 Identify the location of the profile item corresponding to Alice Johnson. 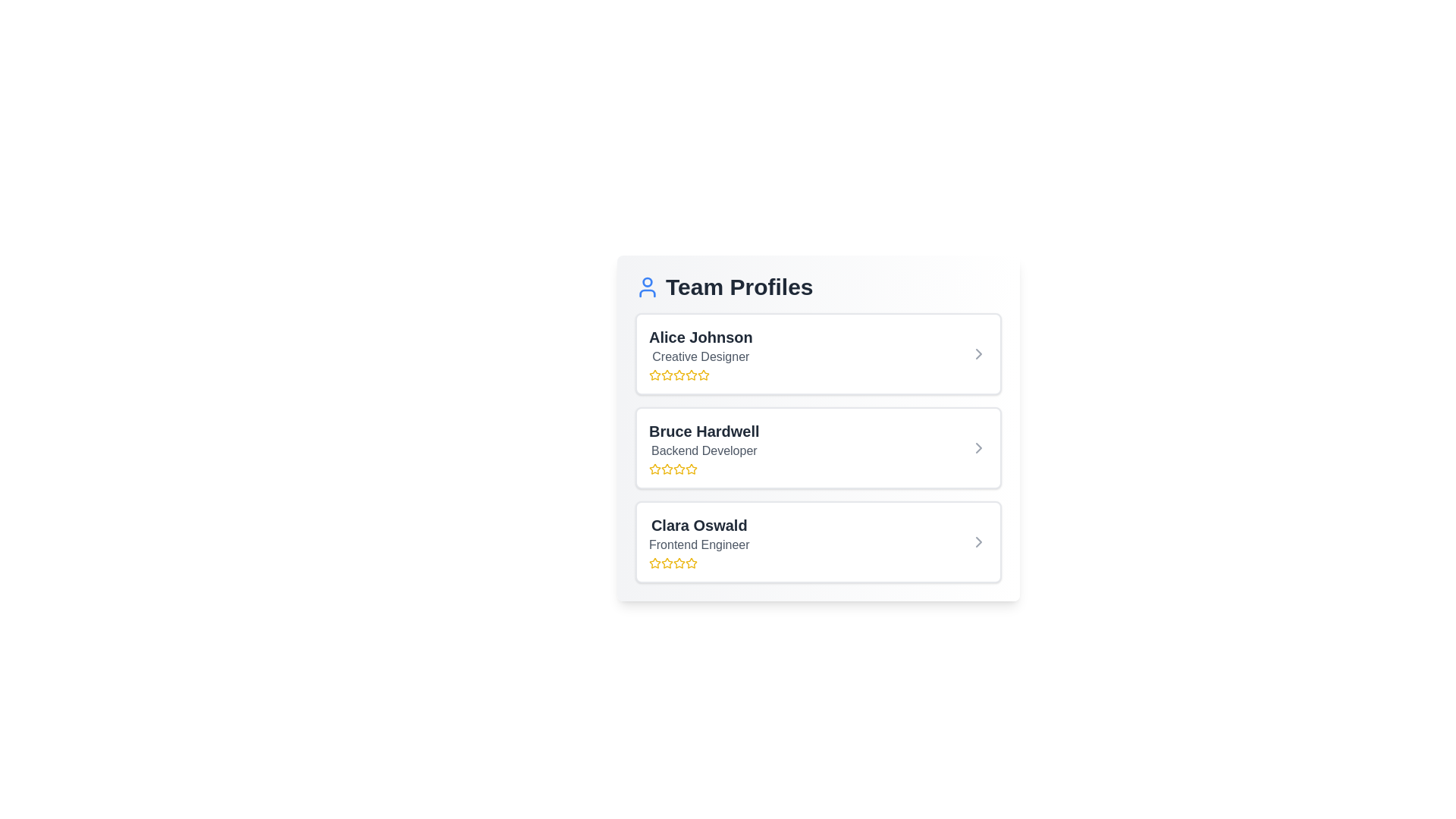
(817, 353).